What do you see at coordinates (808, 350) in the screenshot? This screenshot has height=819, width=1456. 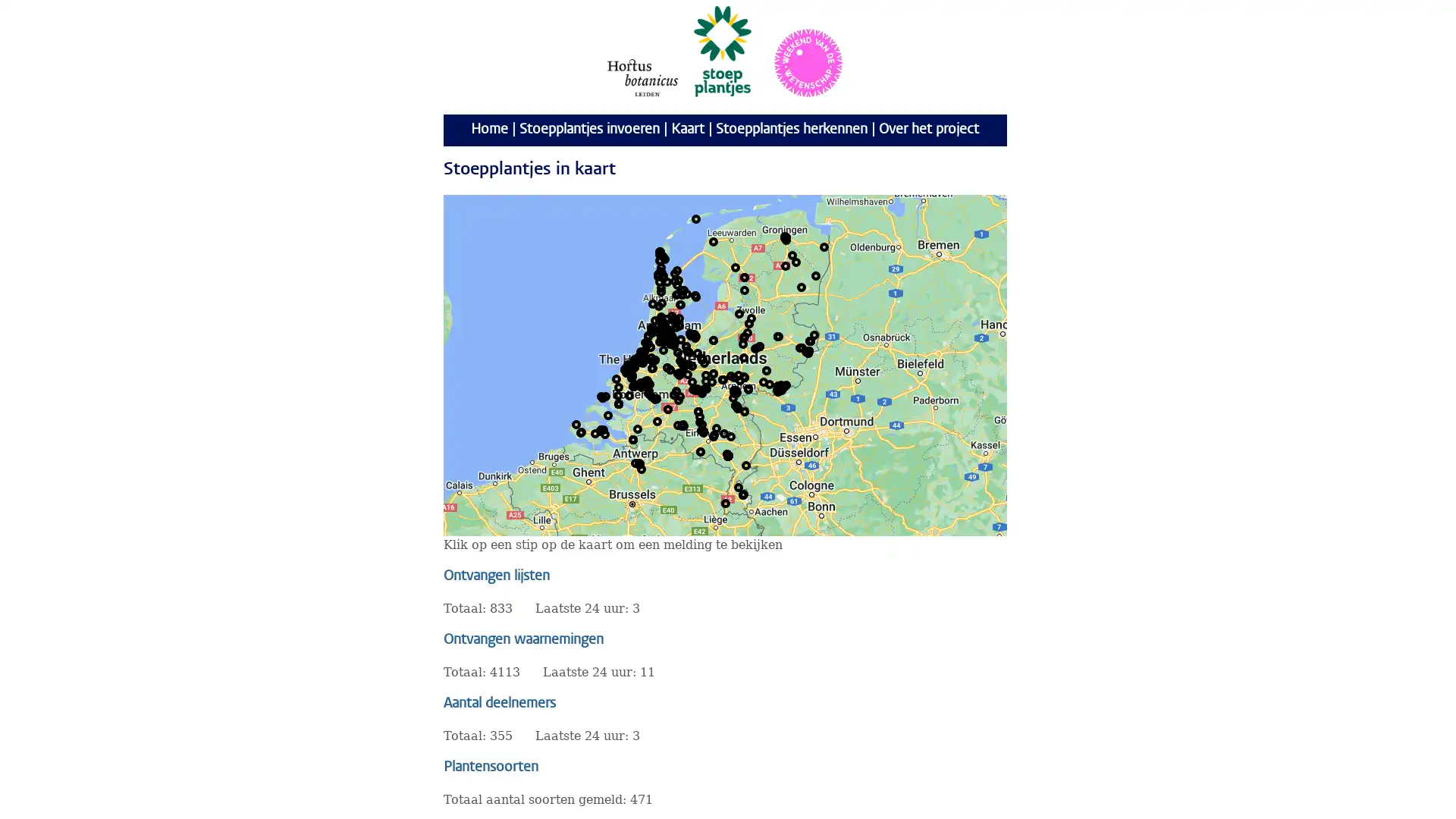 I see `Telling van MeerGroenInDeStad op 07 juni 2022` at bounding box center [808, 350].